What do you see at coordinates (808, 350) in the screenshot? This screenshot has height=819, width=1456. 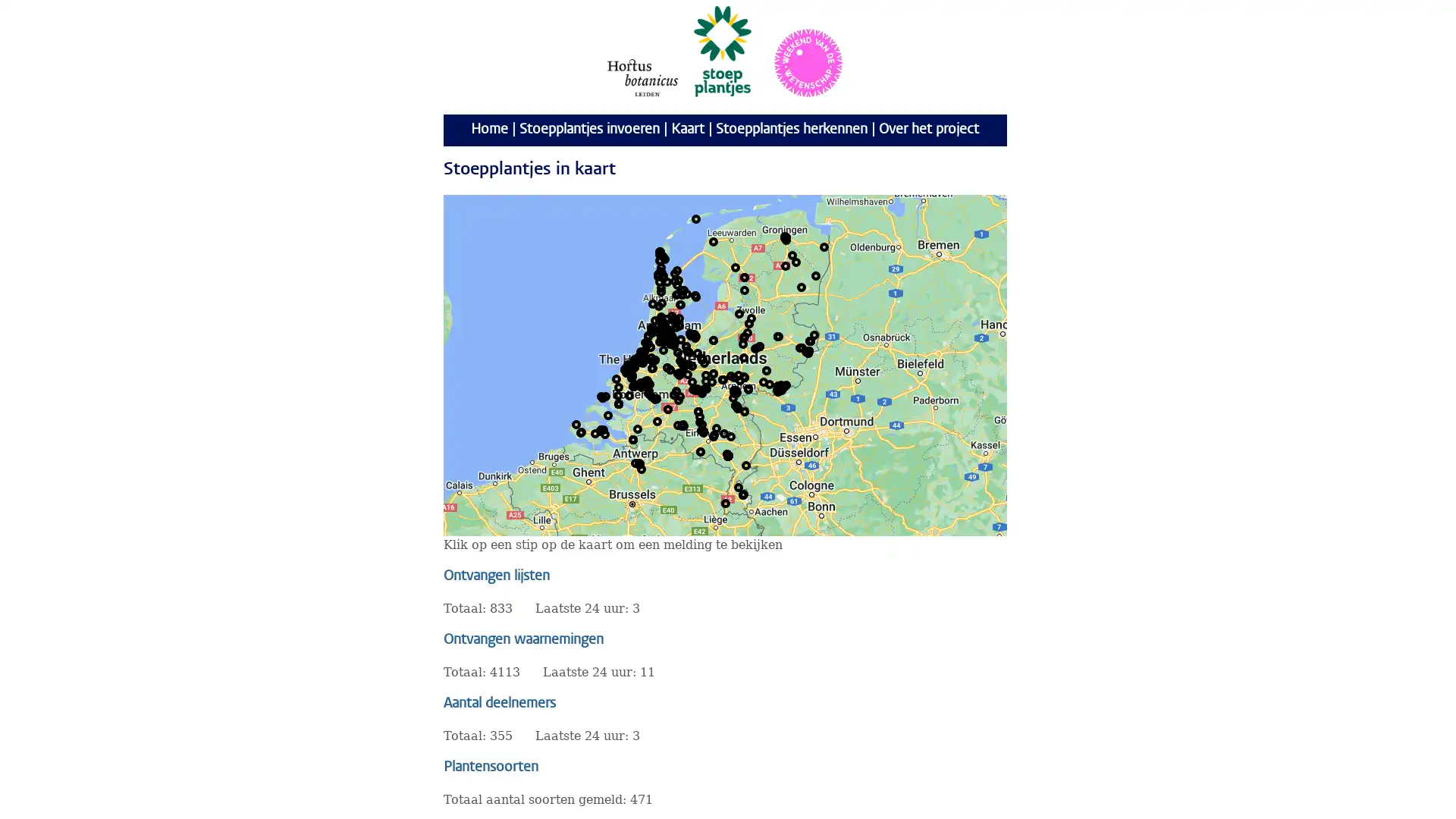 I see `Telling van MeerGroenInDeStad op 07 juni 2022` at bounding box center [808, 350].